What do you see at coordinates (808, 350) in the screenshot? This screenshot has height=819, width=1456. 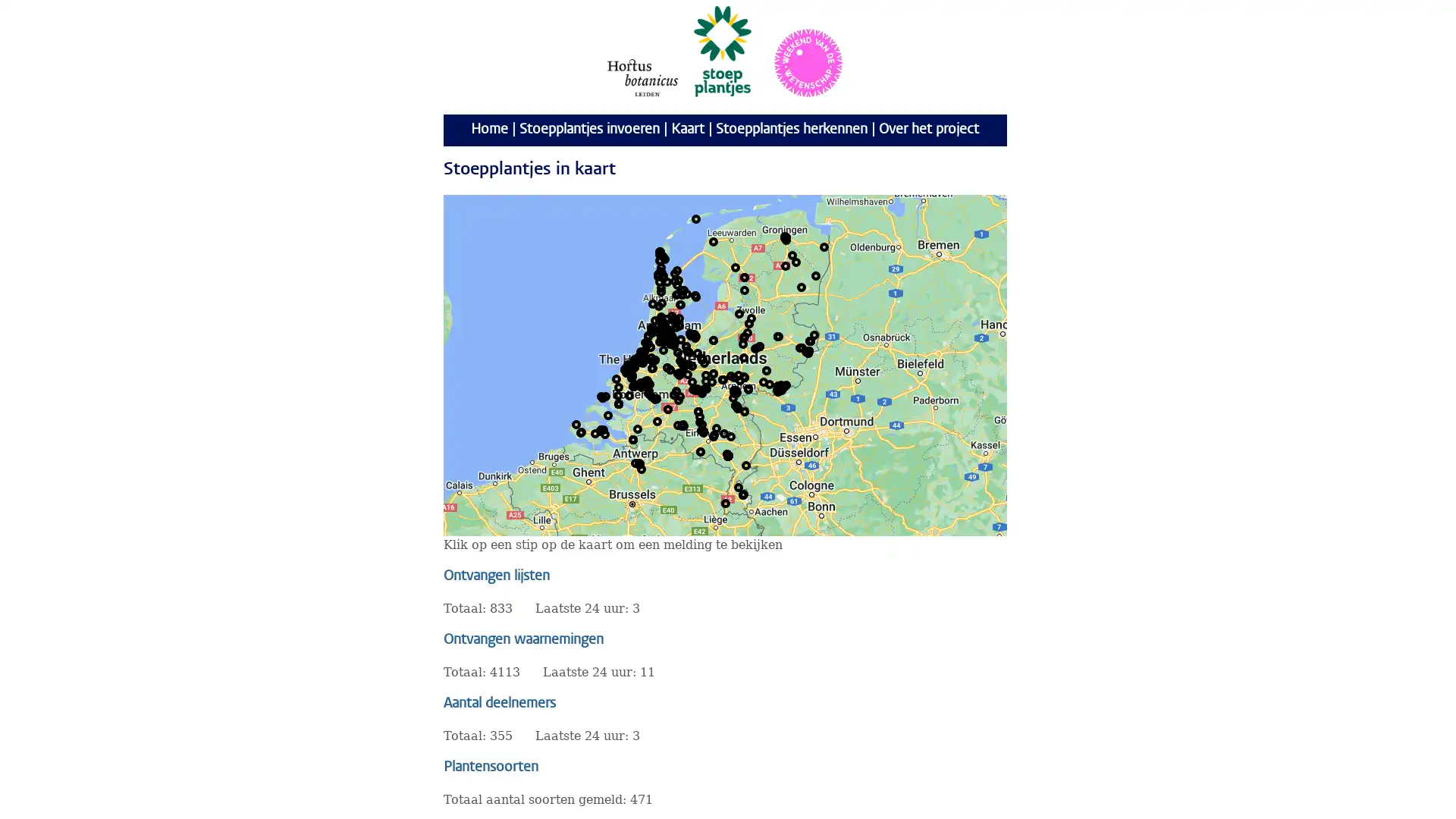 I see `Telling van MeerGroenInDeStad op 07 juni 2022` at bounding box center [808, 350].